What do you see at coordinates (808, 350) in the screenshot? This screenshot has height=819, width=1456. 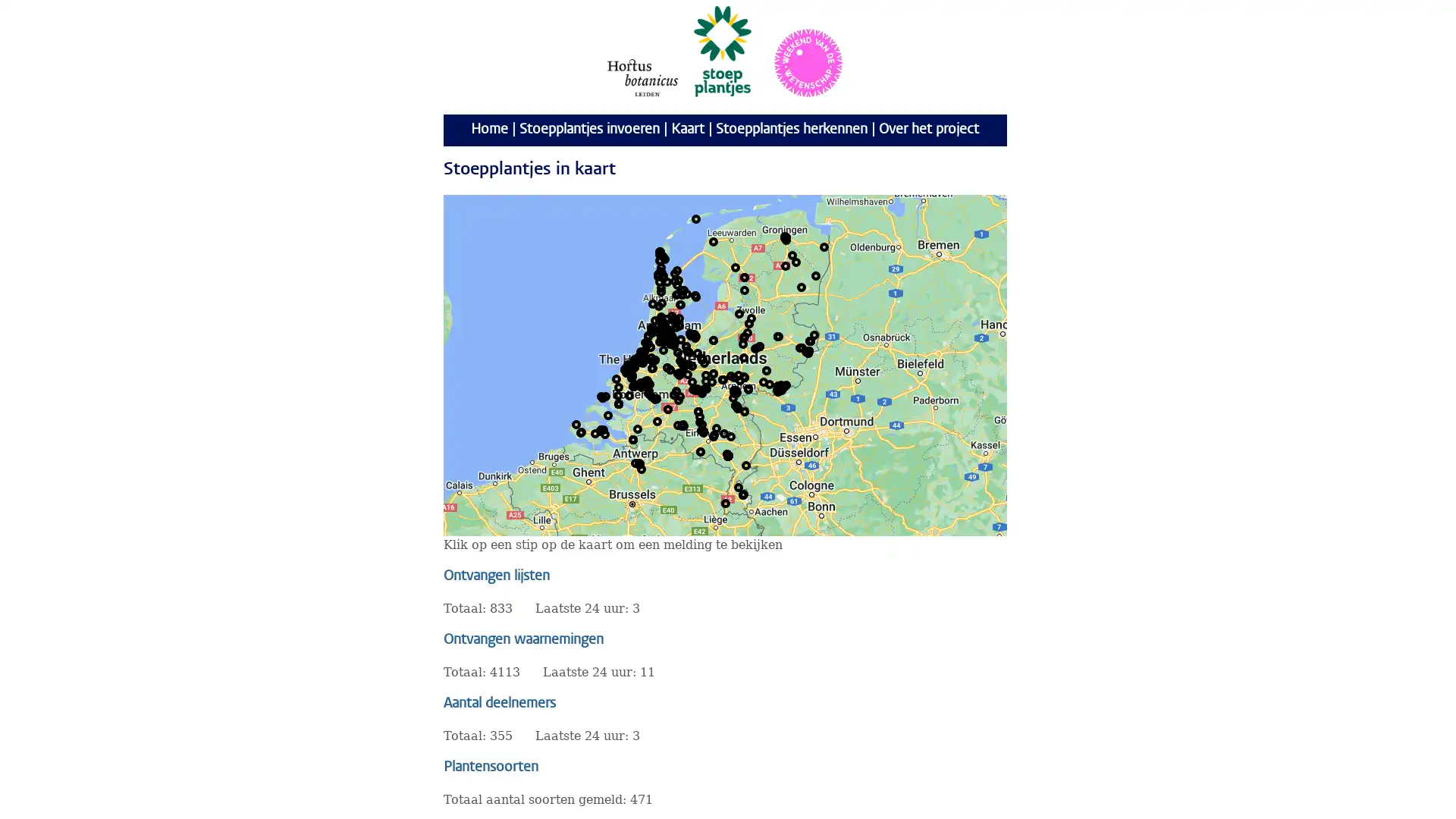 I see `Telling van MeerGroenInDeStad op 07 juni 2022` at bounding box center [808, 350].